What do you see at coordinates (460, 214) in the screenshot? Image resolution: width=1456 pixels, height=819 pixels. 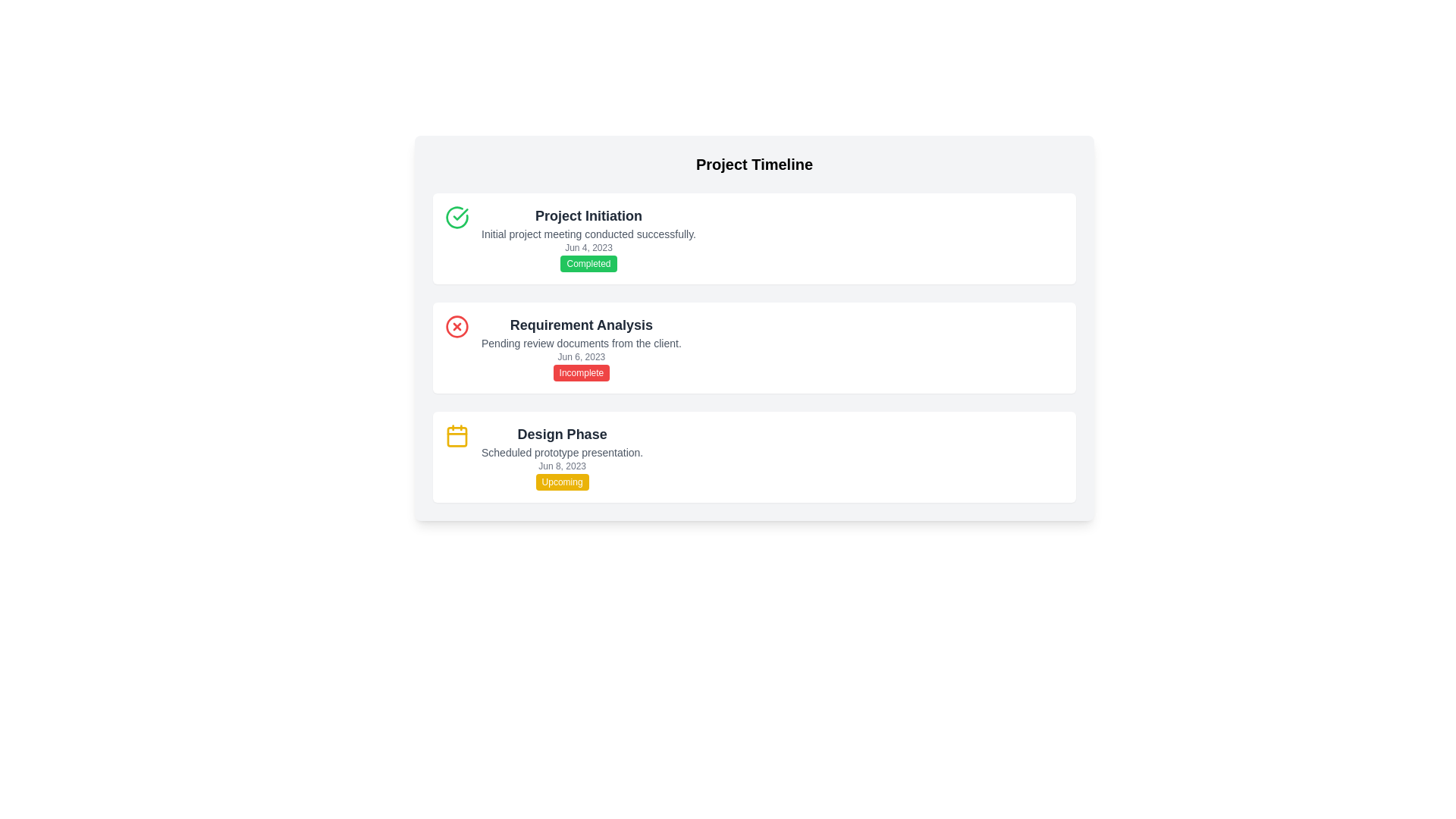 I see `the completion icon, which is a green checkmark within a circle, located in the 'Project Initiation' section under 'Project Timeline'` at bounding box center [460, 214].